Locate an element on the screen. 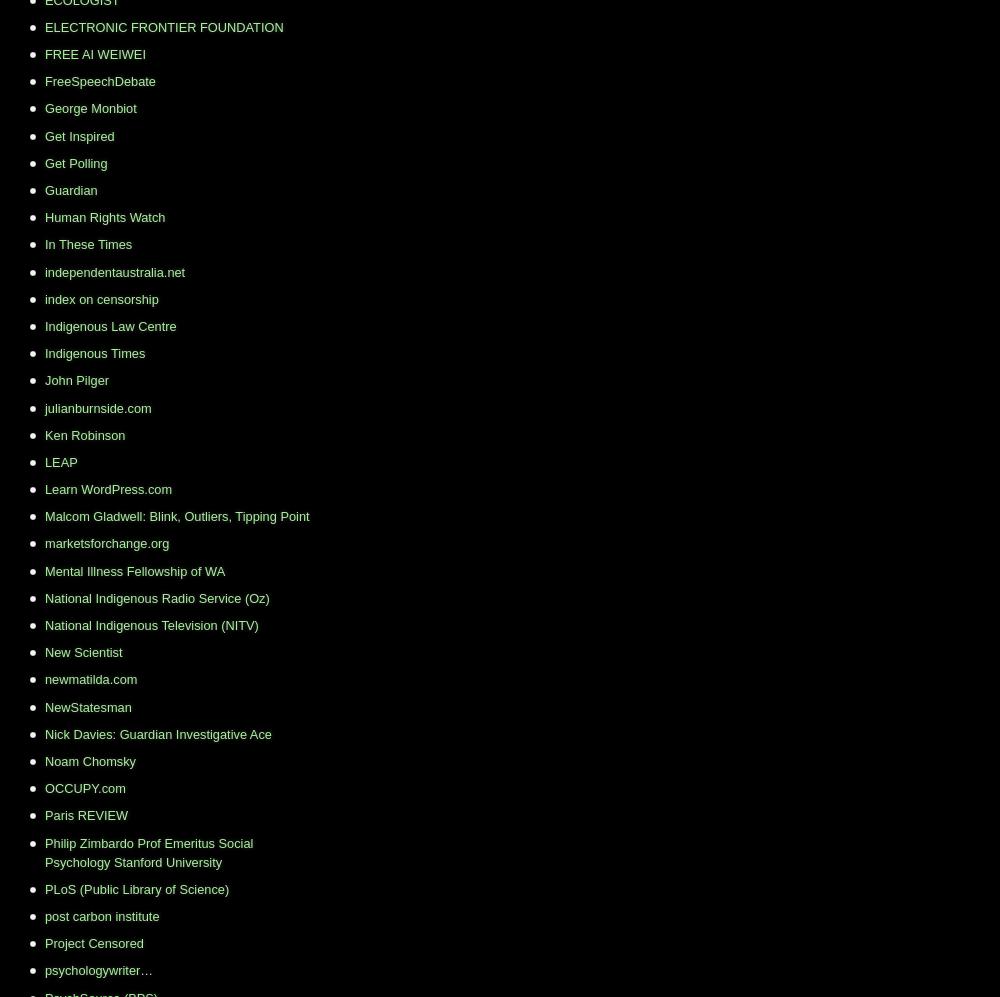 The image size is (1000, 997). 'FreeSpeechDebate' is located at coordinates (99, 80).